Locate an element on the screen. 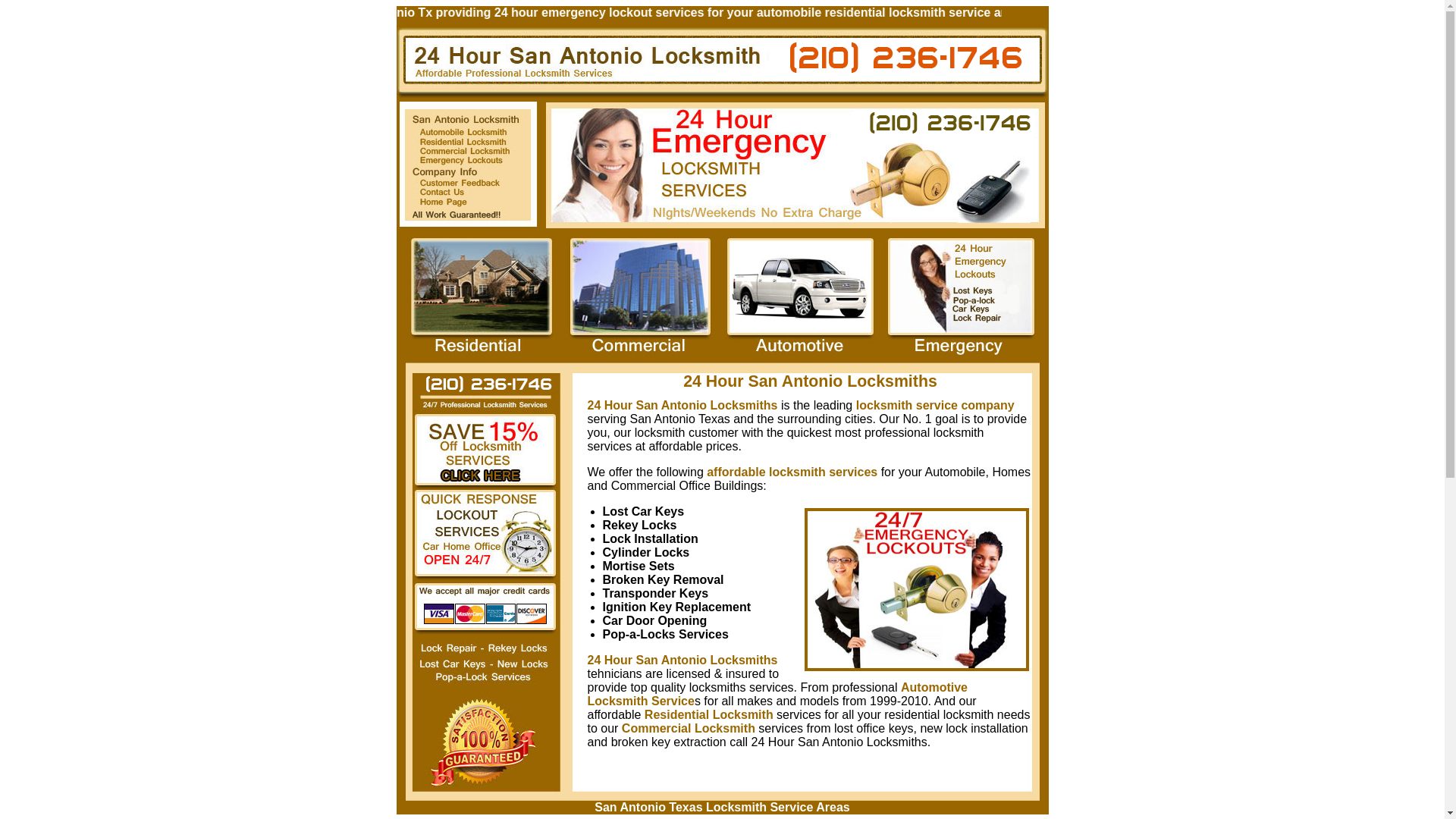 This screenshot has width=1456, height=819. 'Automotive Locksmith Service' is located at coordinates (777, 694).